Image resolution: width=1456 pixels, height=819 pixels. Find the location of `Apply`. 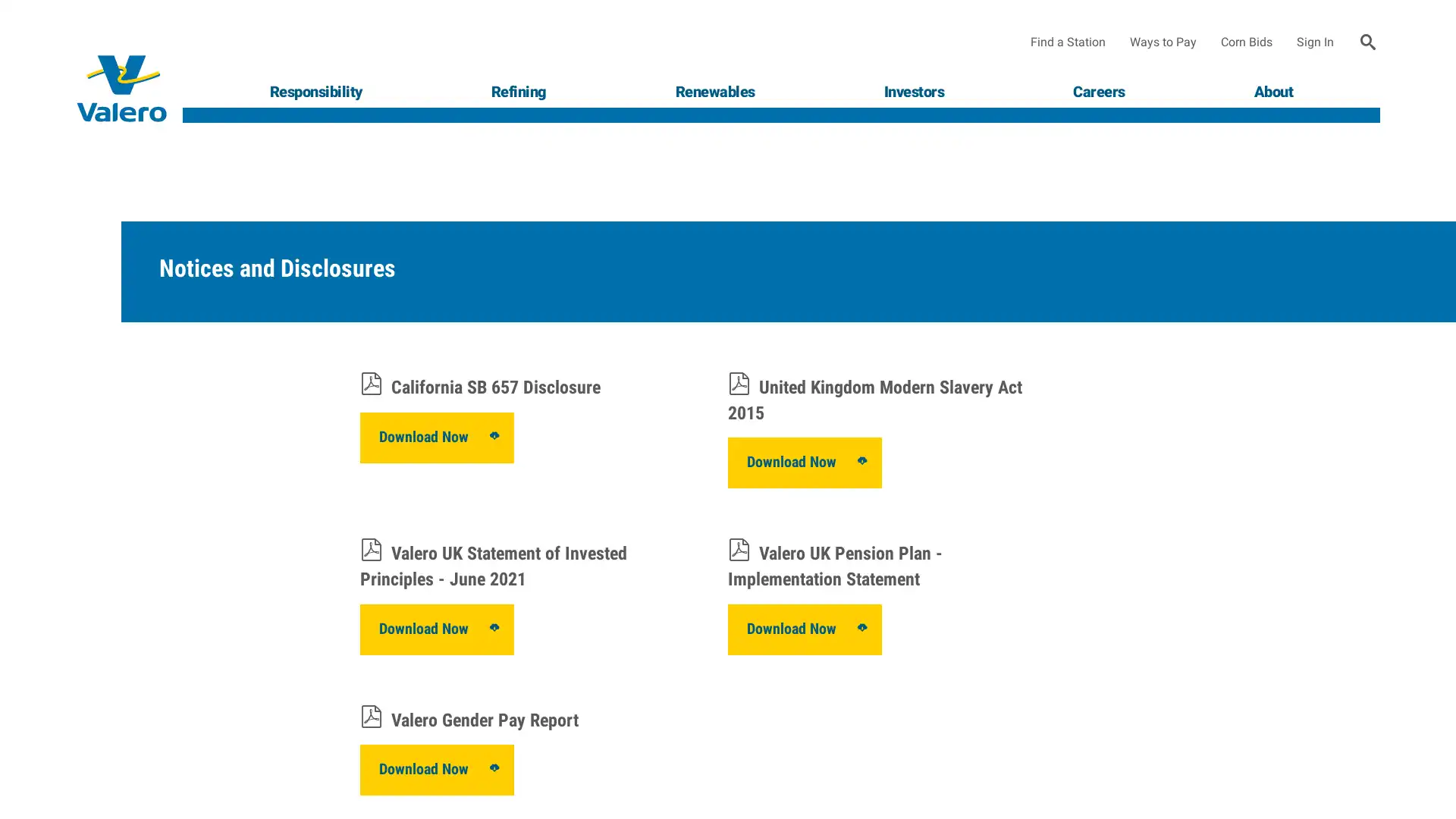

Apply is located at coordinates (1368, 42).